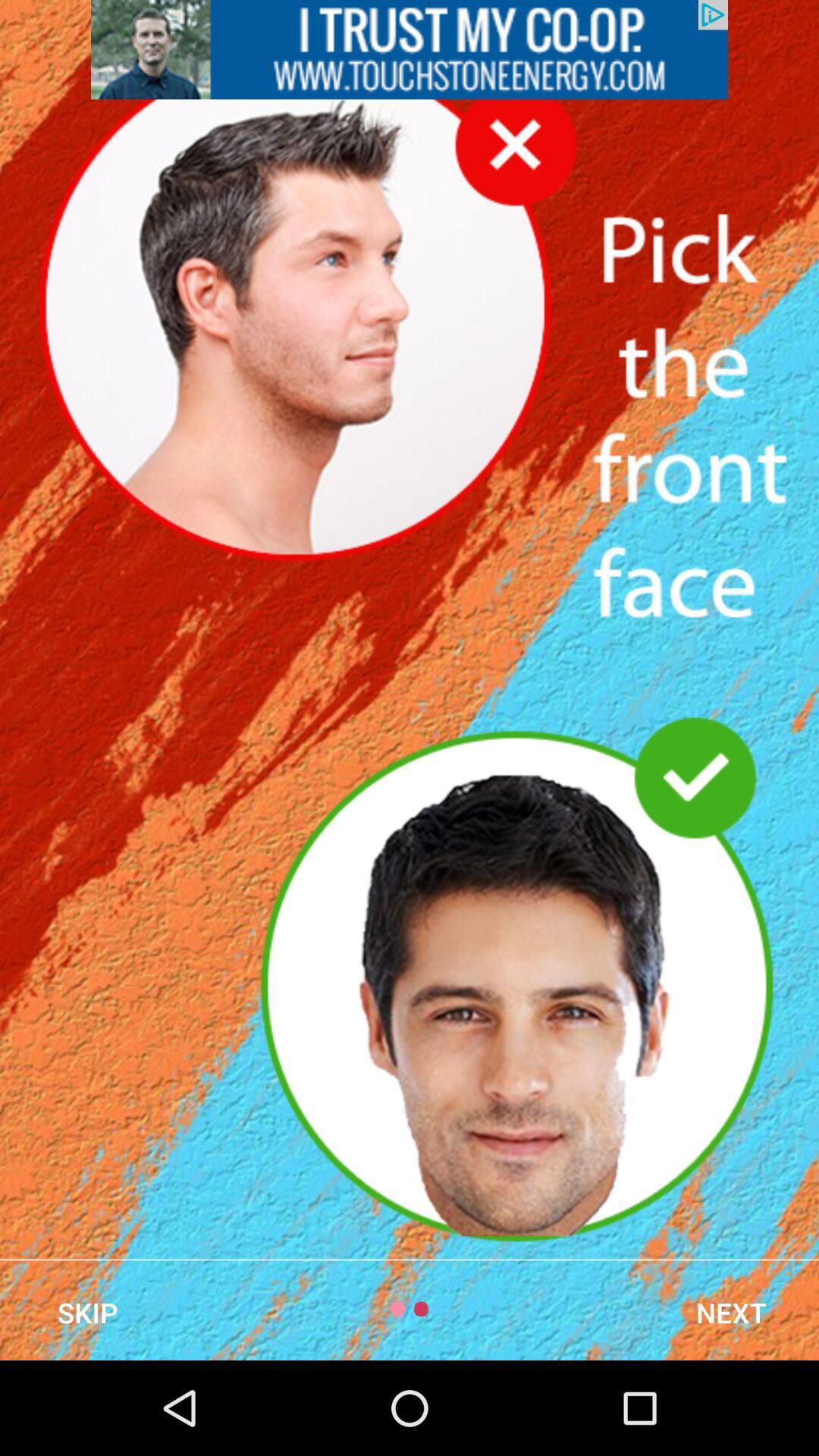 The width and height of the screenshot is (819, 1456). I want to click on advertisement page, so click(409, 49).